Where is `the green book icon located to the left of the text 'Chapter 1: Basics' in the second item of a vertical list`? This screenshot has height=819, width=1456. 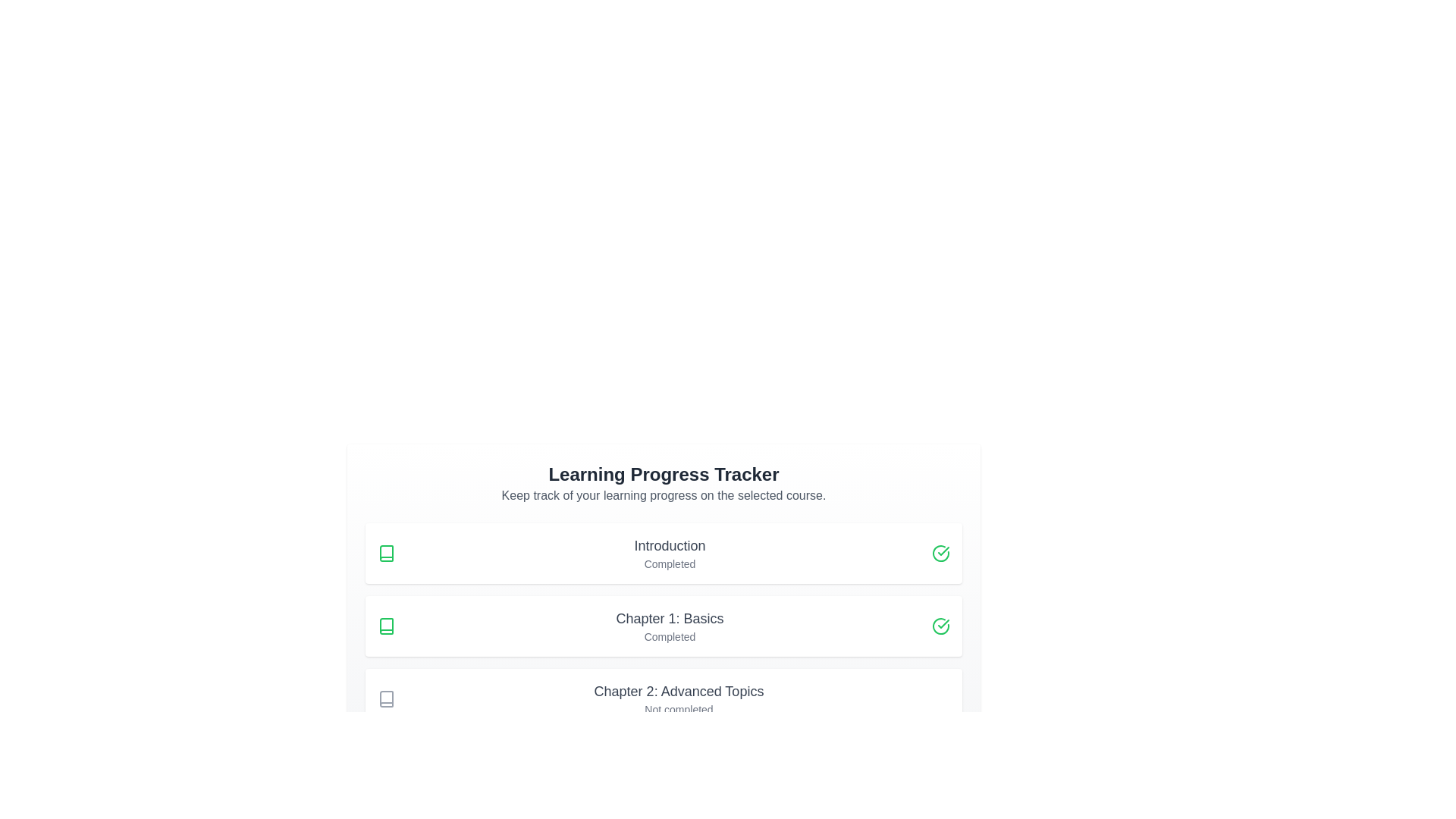
the green book icon located to the left of the text 'Chapter 1: Basics' in the second item of a vertical list is located at coordinates (386, 626).